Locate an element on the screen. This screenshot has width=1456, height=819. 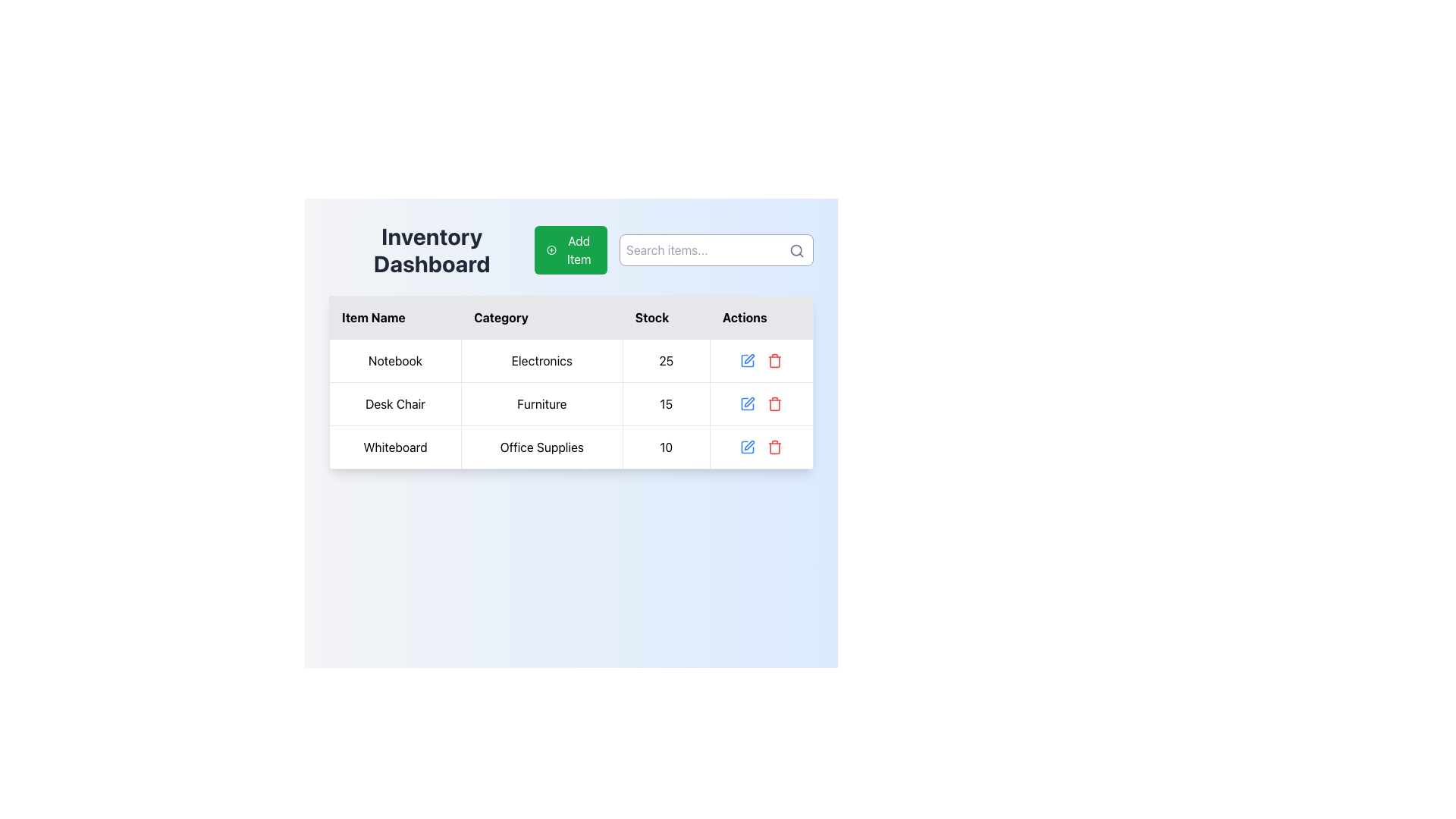
the informational Text block in the 'Category' column that displays the category of the item in the same row as 'Desk Chair' and '15' in the Stock column is located at coordinates (541, 403).